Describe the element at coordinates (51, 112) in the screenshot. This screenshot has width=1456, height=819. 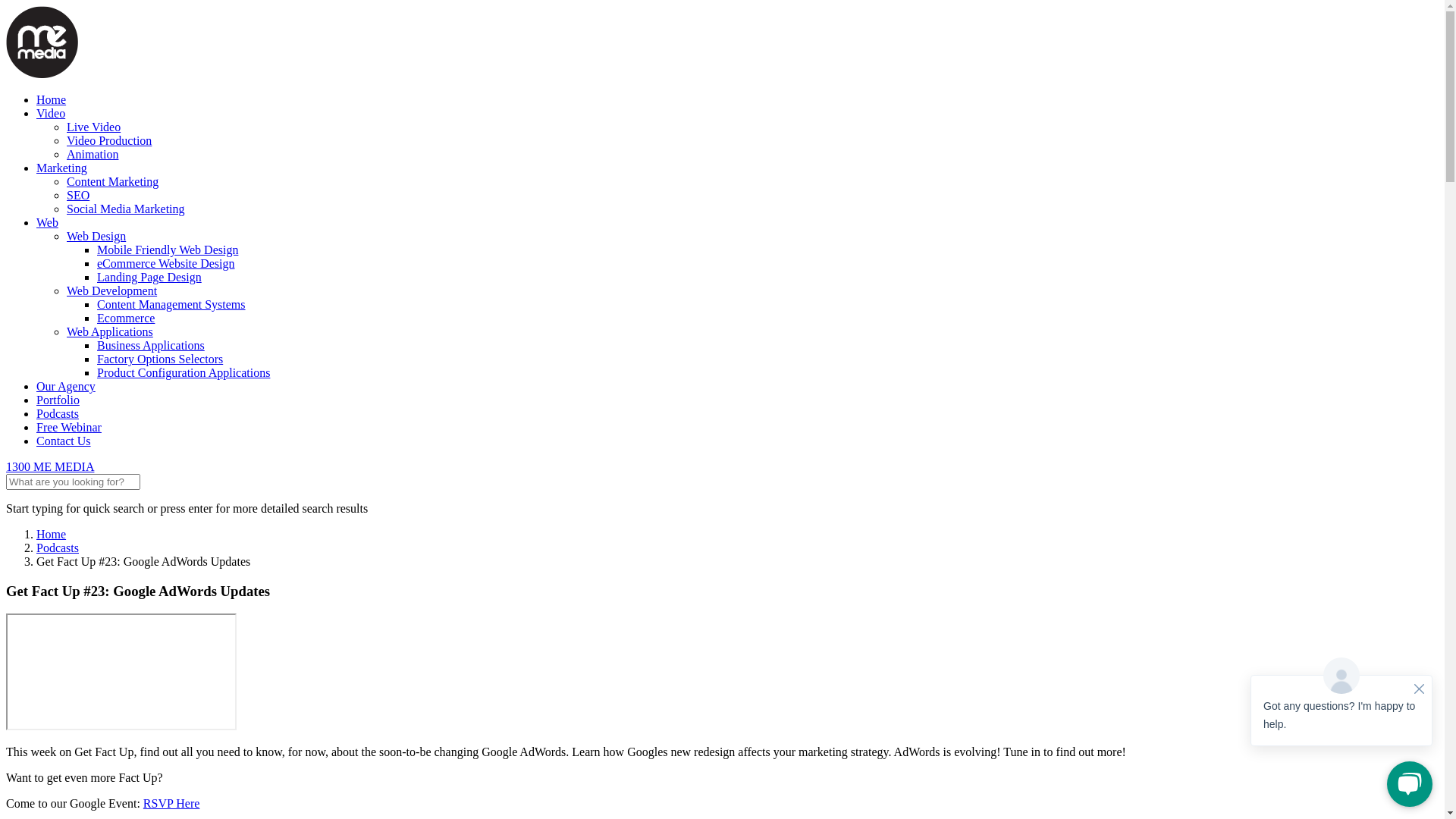
I see `'Video'` at that location.